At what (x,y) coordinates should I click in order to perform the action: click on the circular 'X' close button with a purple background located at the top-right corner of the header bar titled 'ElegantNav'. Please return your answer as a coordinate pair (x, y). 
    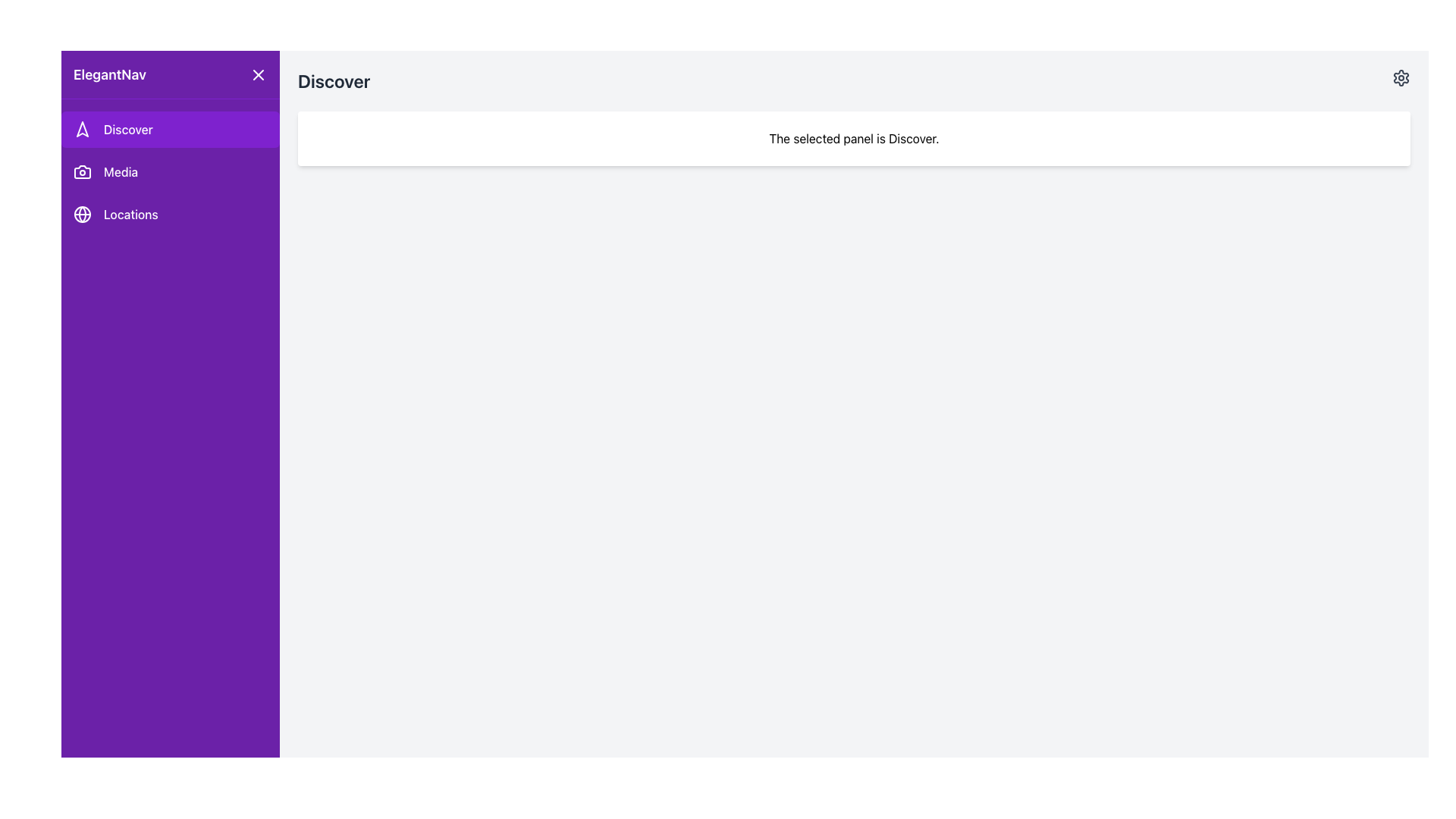
    Looking at the image, I should click on (258, 74).